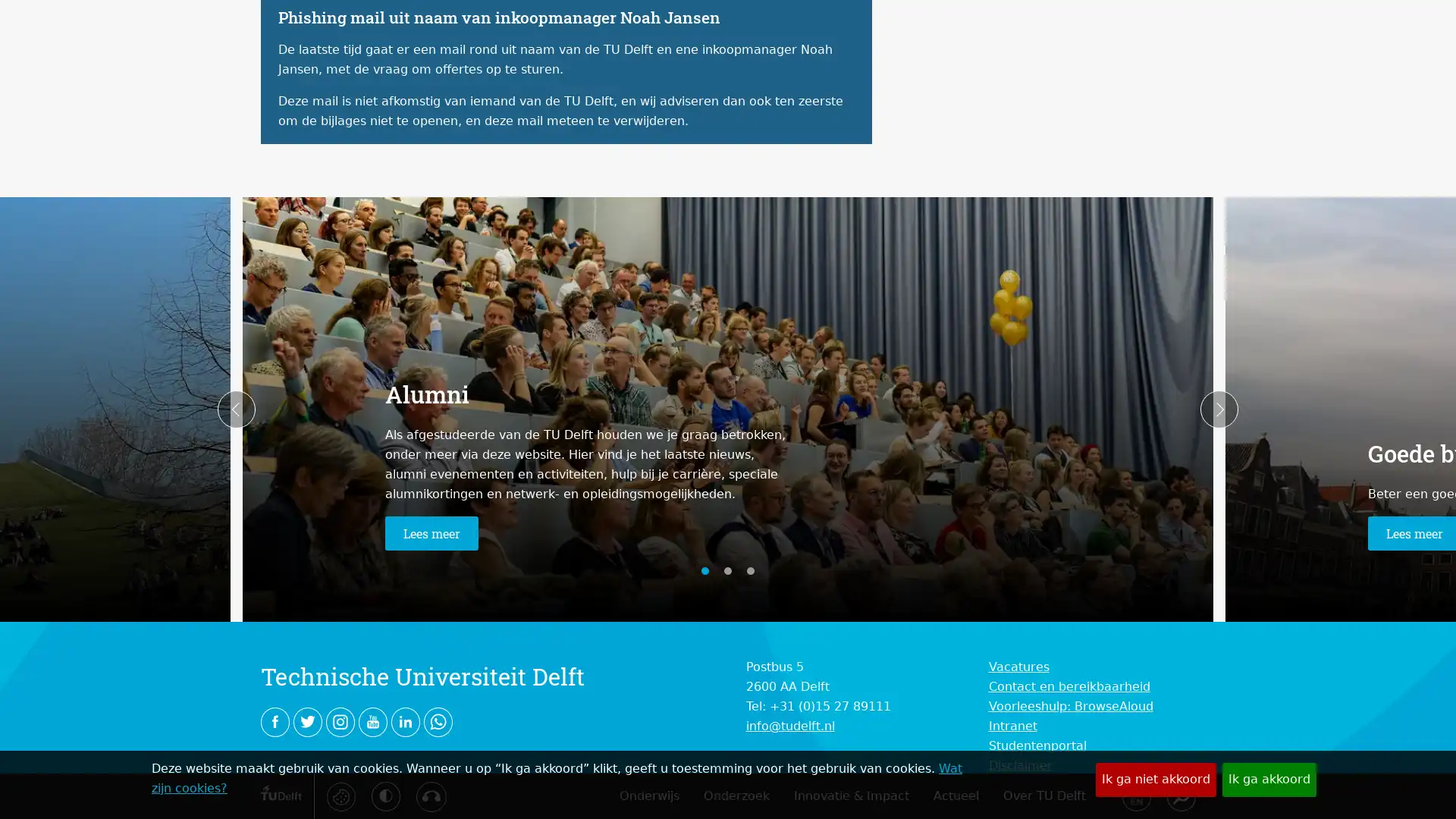 The height and width of the screenshot is (819, 1456). I want to click on Ga naar volgend item, so click(1219, 409).